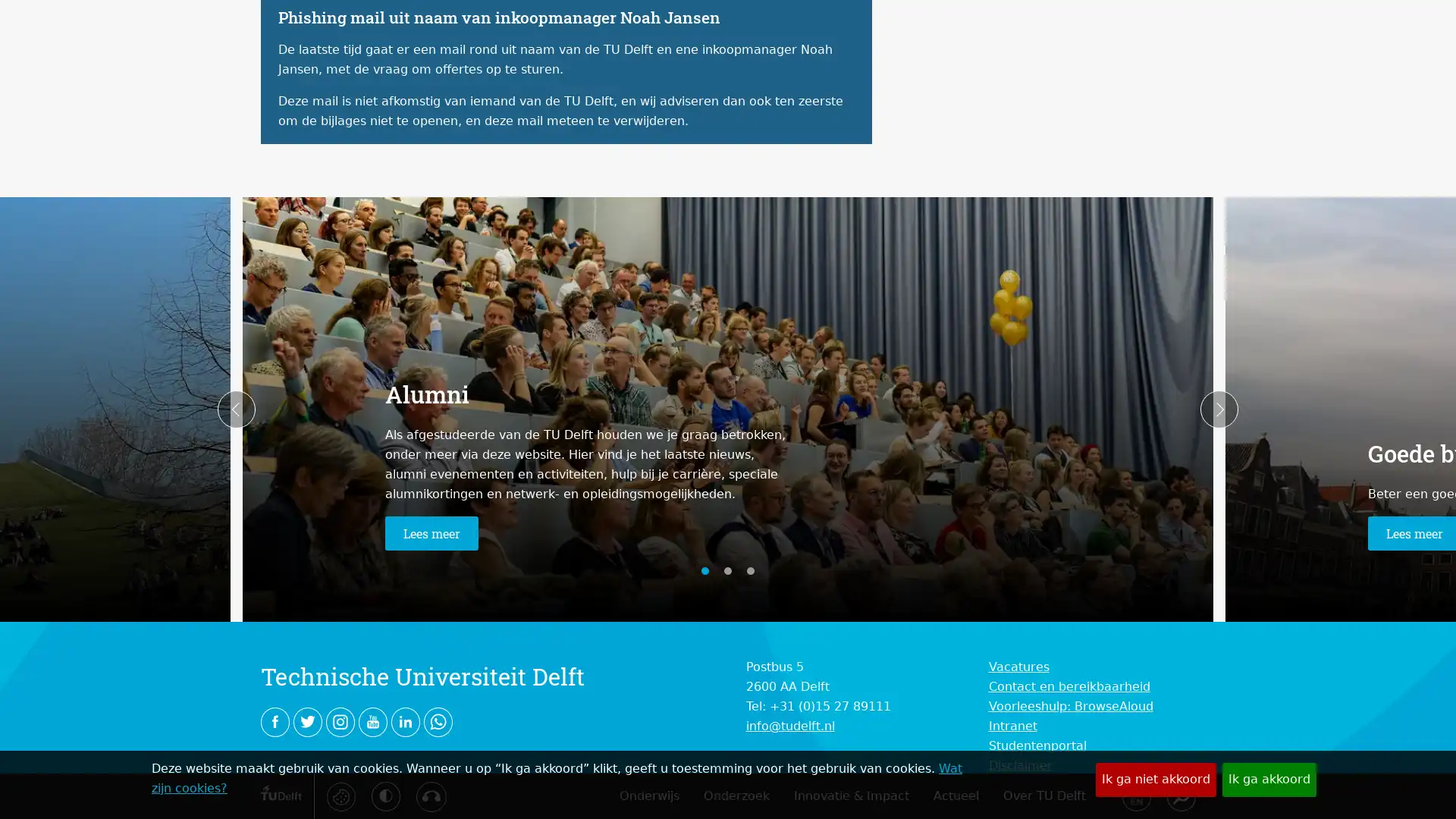 The height and width of the screenshot is (819, 1456). I want to click on Ga naar volgend item, so click(1219, 409).